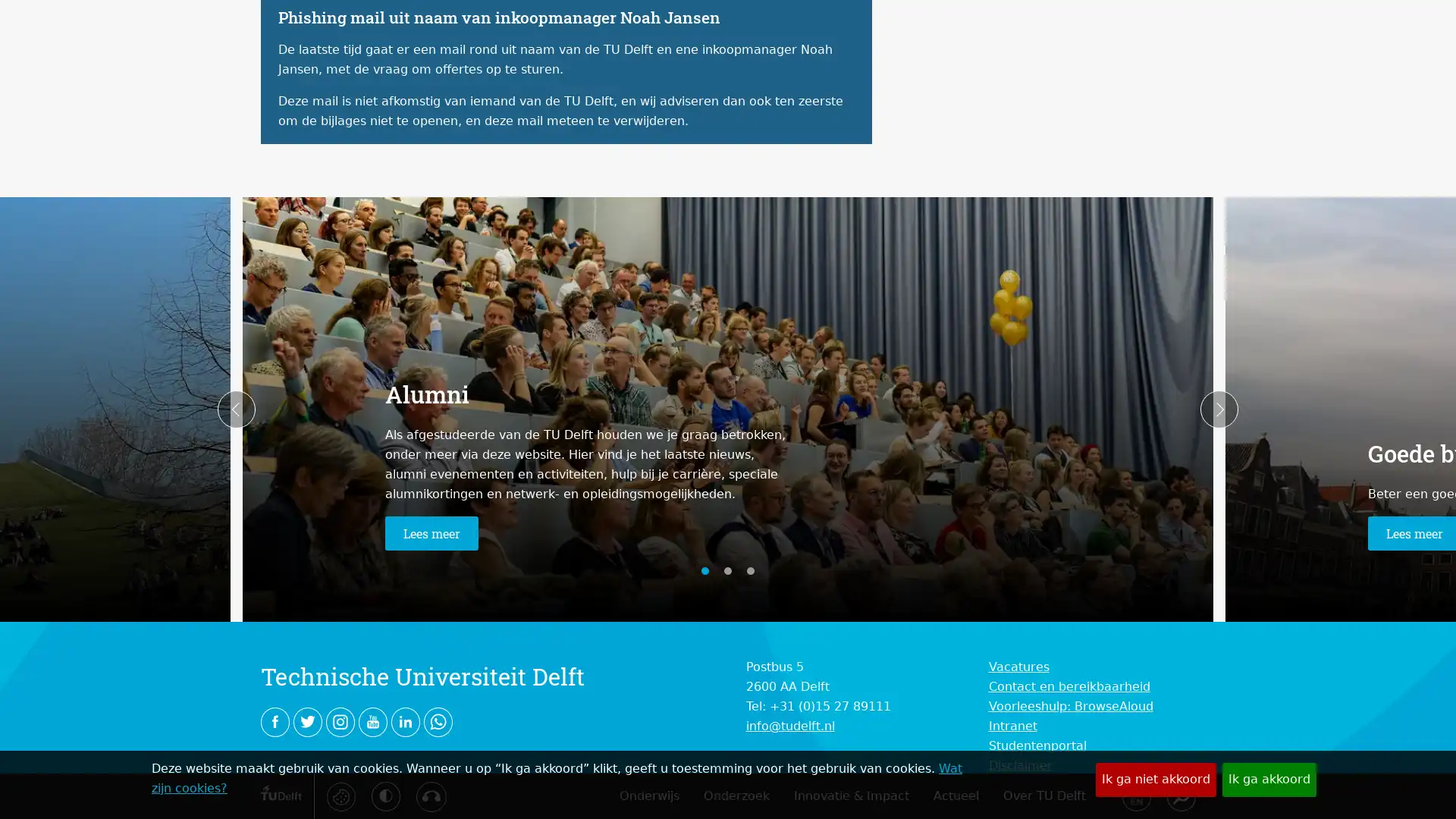 The height and width of the screenshot is (819, 1456). I want to click on Ga naar volgend item, so click(1219, 409).